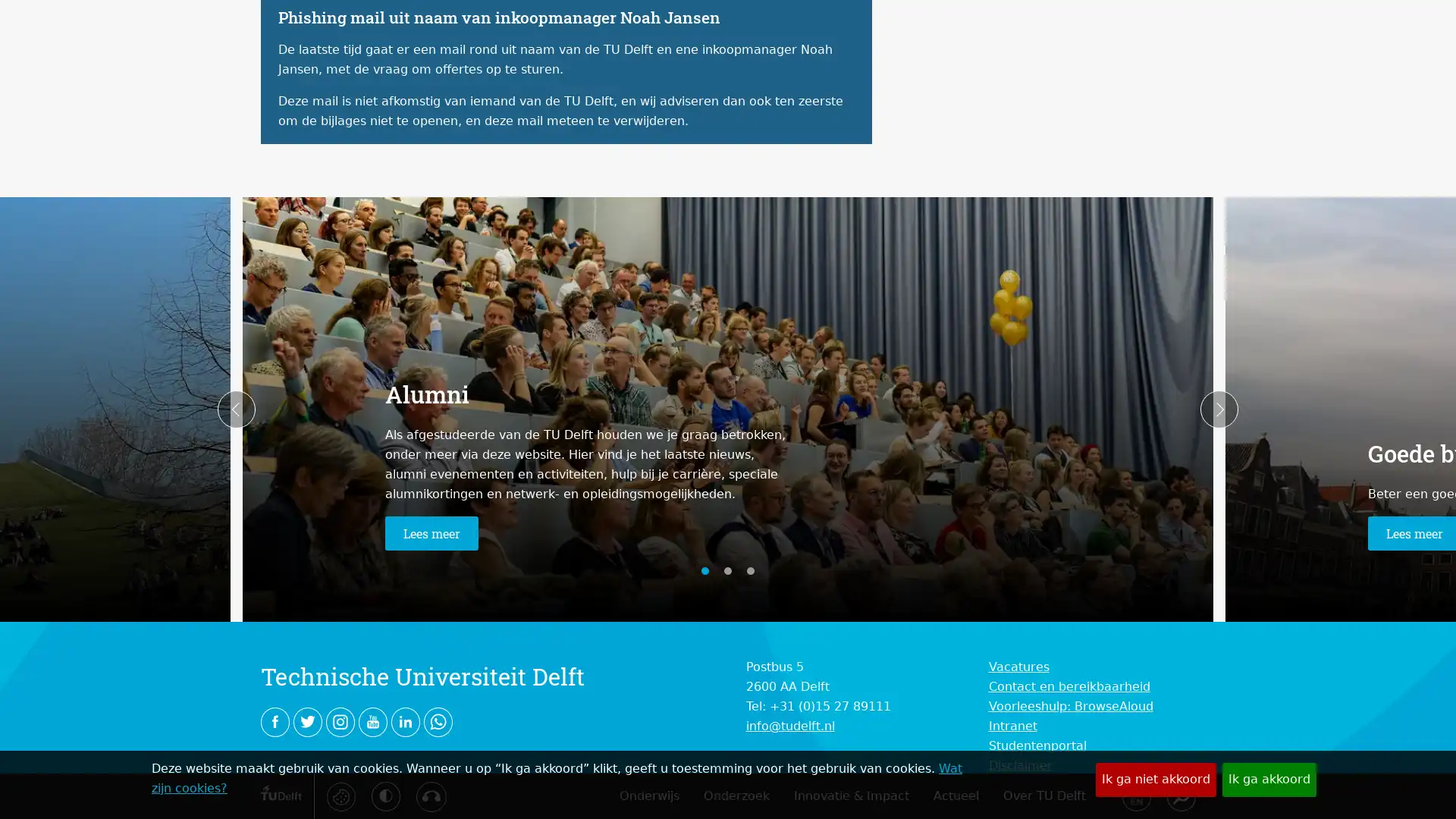 The height and width of the screenshot is (819, 1456). I want to click on Ga naar volgend item, so click(1219, 409).